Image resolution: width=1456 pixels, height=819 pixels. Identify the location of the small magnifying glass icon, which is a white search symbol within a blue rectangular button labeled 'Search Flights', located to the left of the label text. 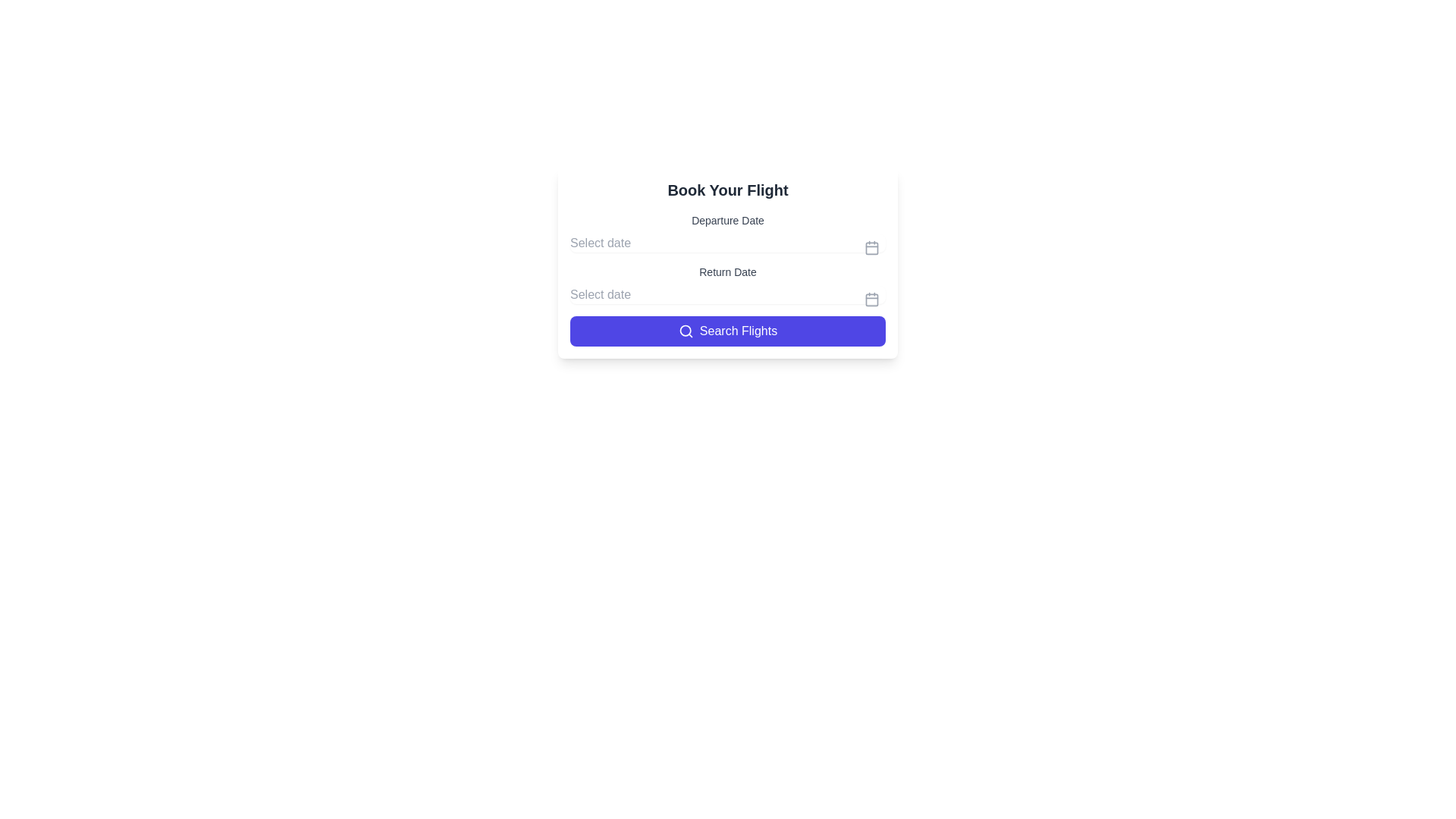
(685, 330).